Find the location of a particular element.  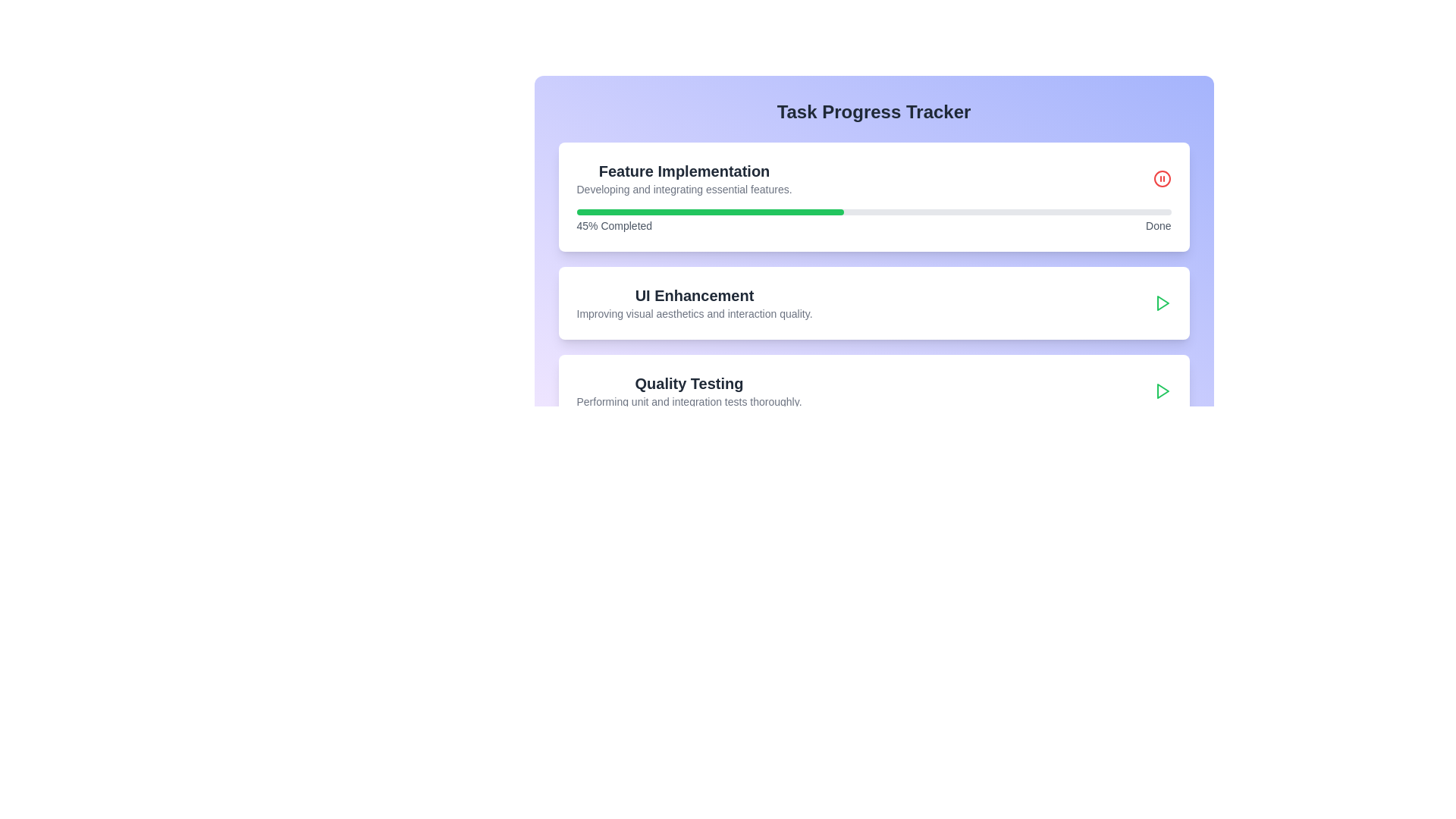

the Progress Indicator in the 'Feature Implementation' section that visually represents task completion percentage is located at coordinates (709, 212).